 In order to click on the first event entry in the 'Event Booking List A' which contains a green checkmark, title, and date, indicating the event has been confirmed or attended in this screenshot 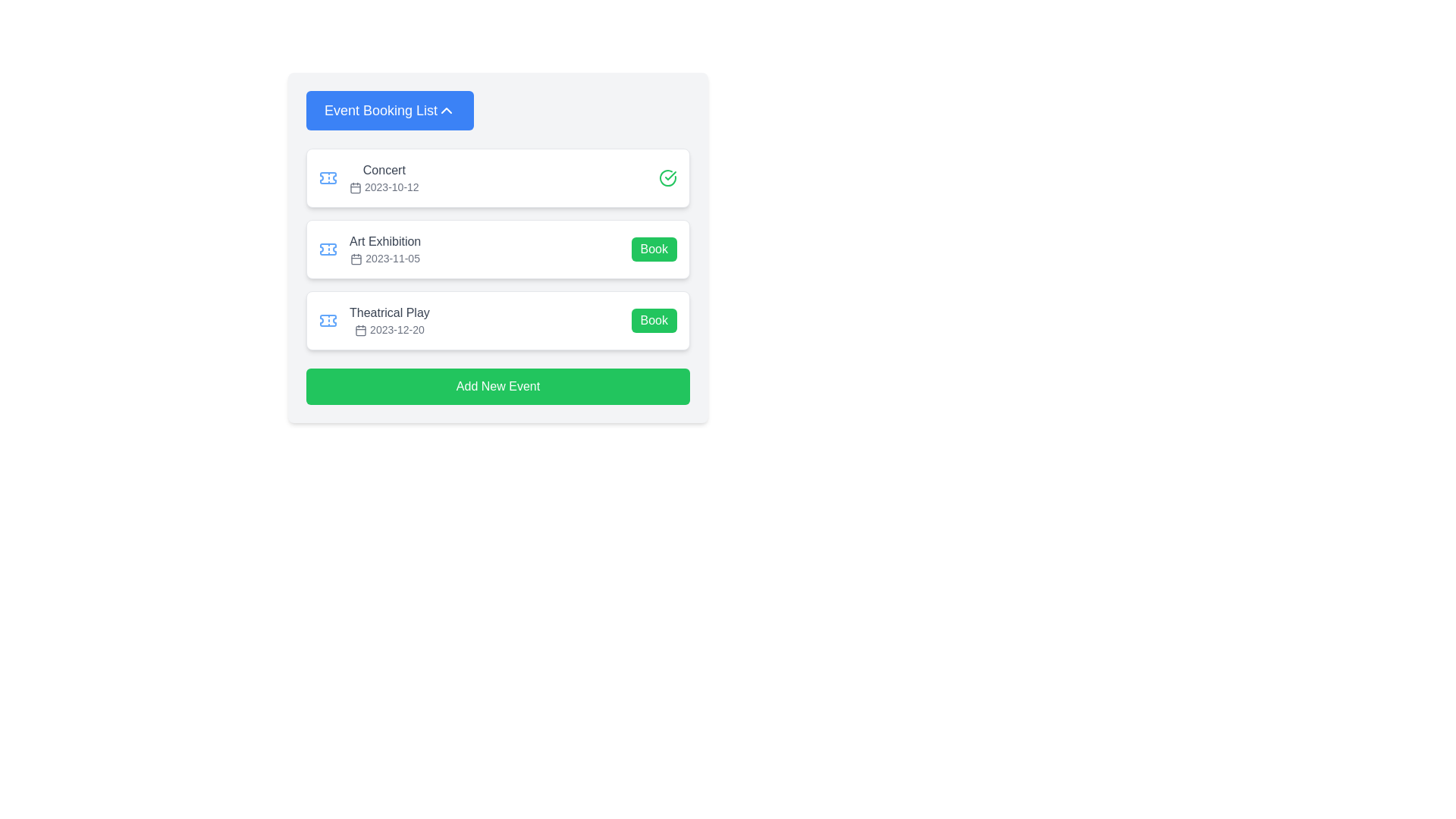, I will do `click(498, 177)`.